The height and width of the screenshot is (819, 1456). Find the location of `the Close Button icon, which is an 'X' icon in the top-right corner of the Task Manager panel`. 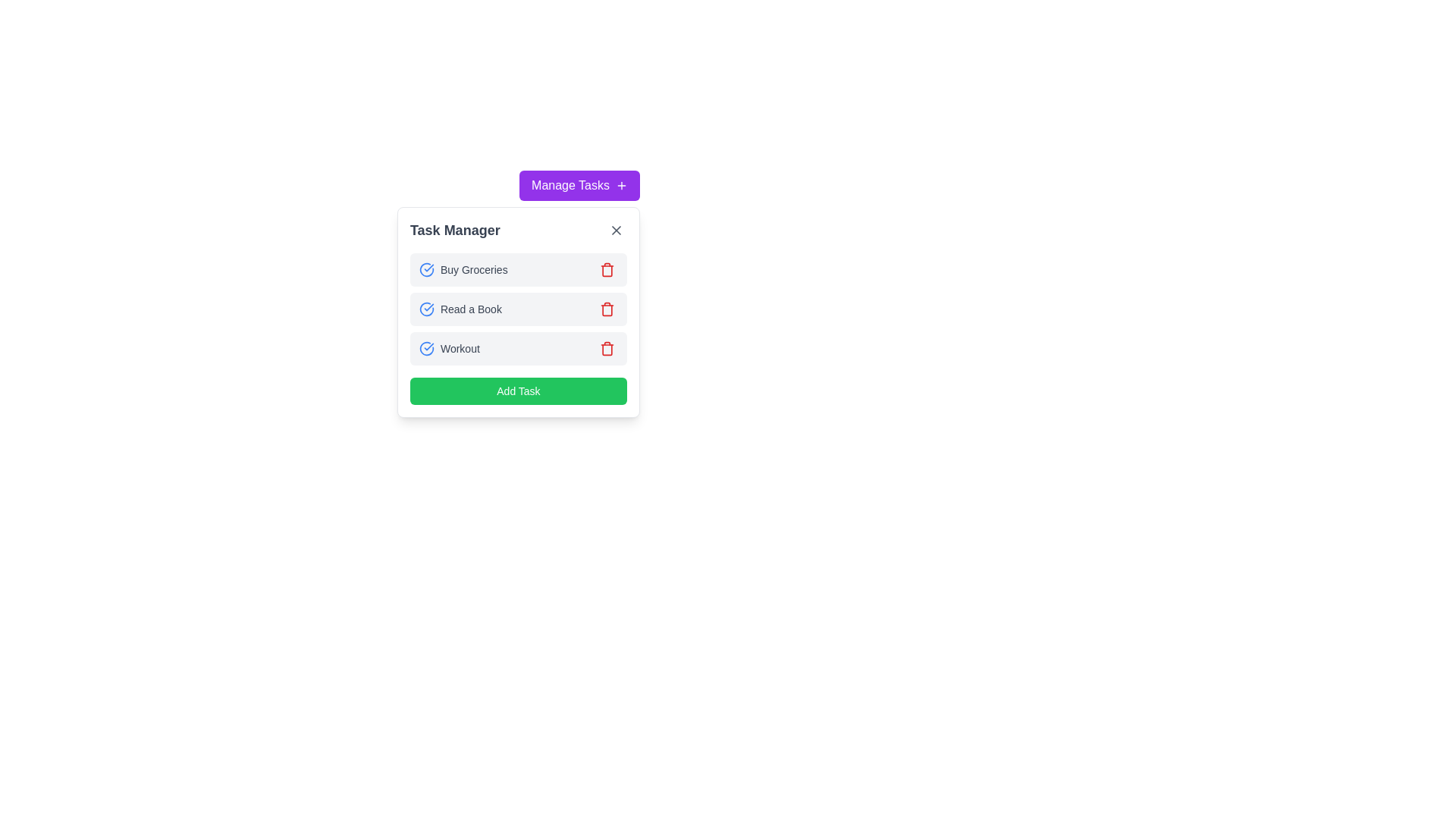

the Close Button icon, which is an 'X' icon in the top-right corner of the Task Manager panel is located at coordinates (616, 231).